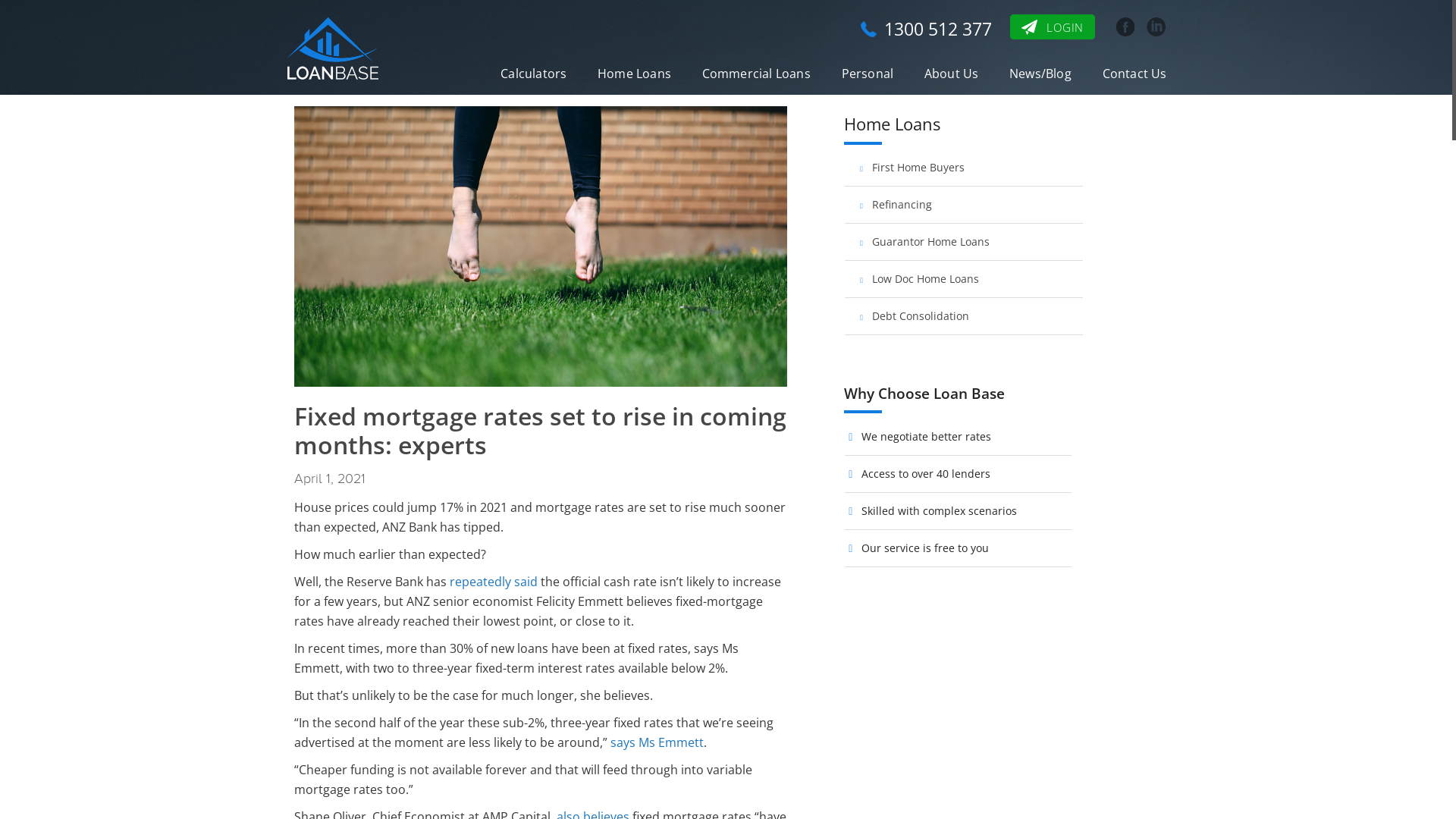  What do you see at coordinates (962, 168) in the screenshot?
I see `'First Home Buyers'` at bounding box center [962, 168].